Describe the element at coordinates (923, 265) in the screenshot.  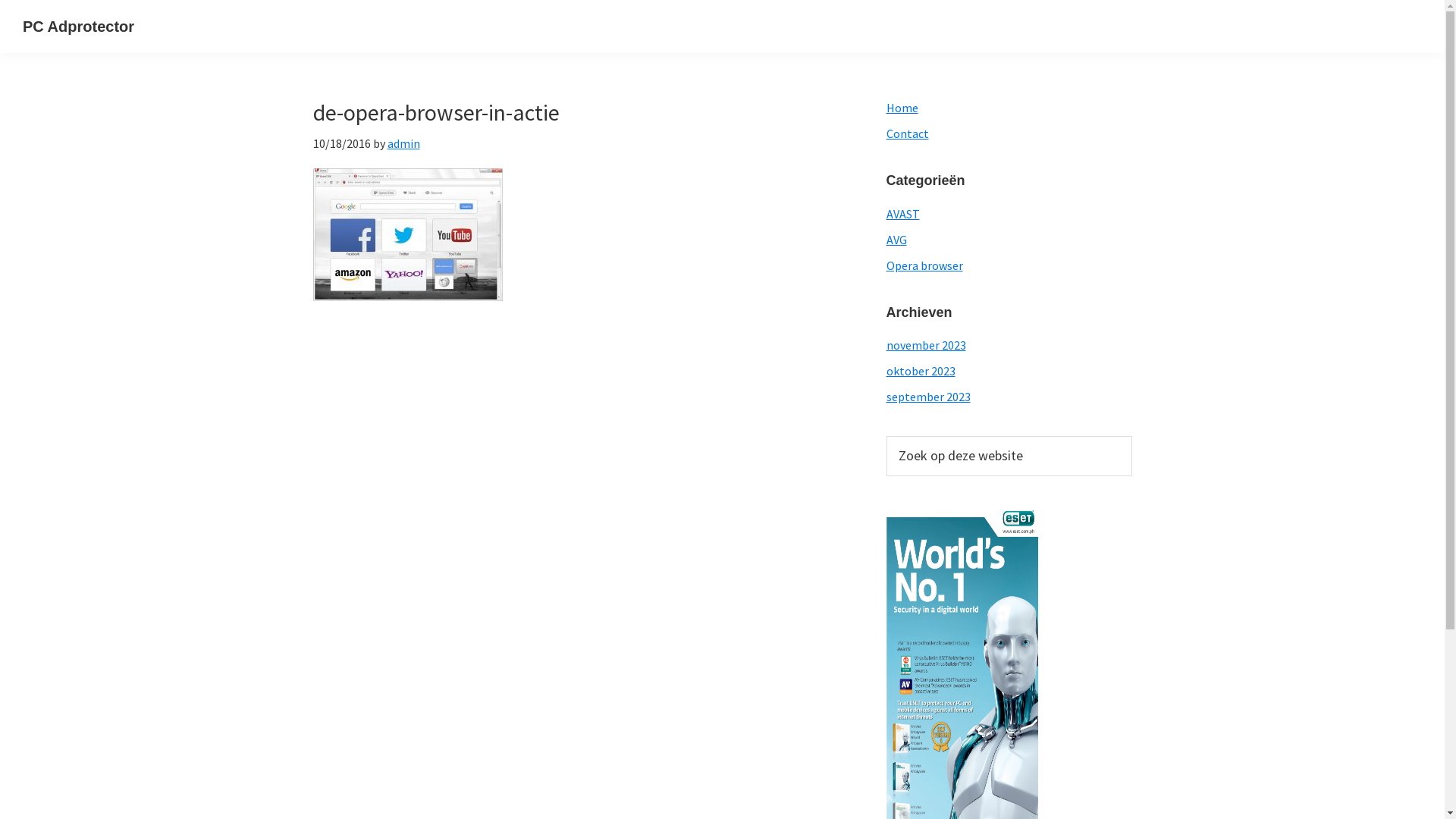
I see `'Opera browser'` at that location.